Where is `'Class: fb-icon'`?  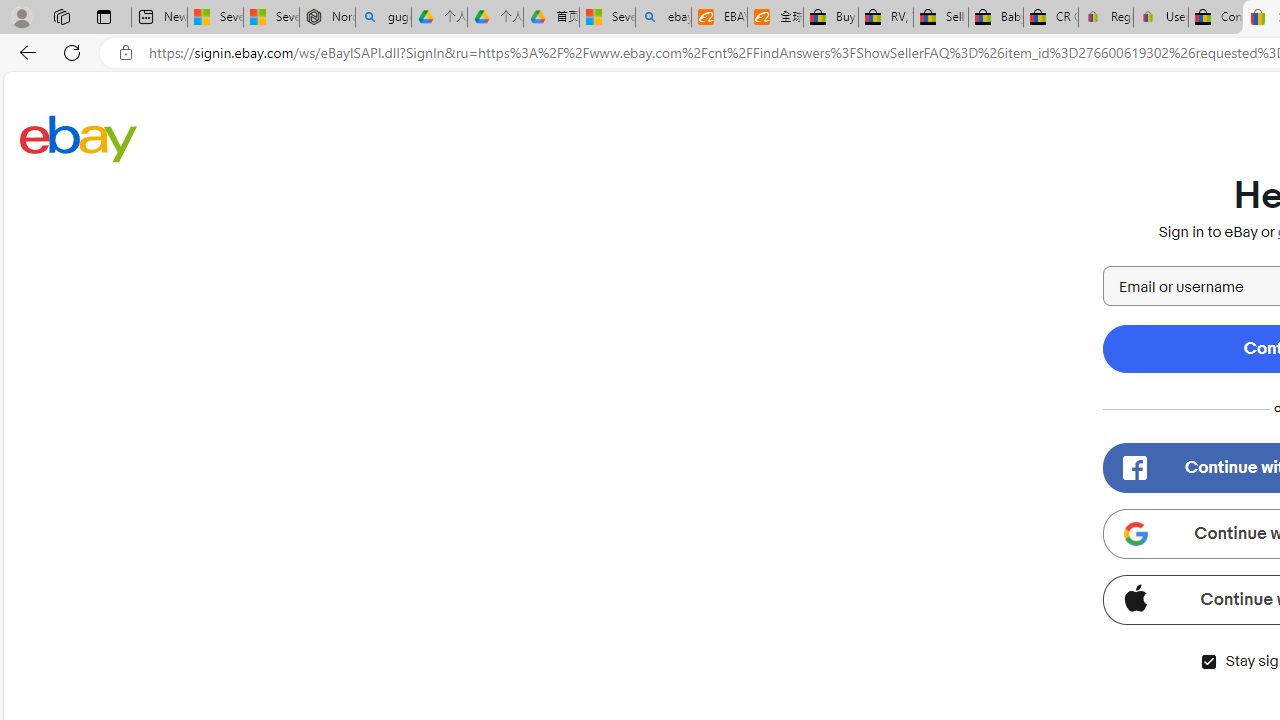
'Class: fb-icon' is located at coordinates (1134, 468).